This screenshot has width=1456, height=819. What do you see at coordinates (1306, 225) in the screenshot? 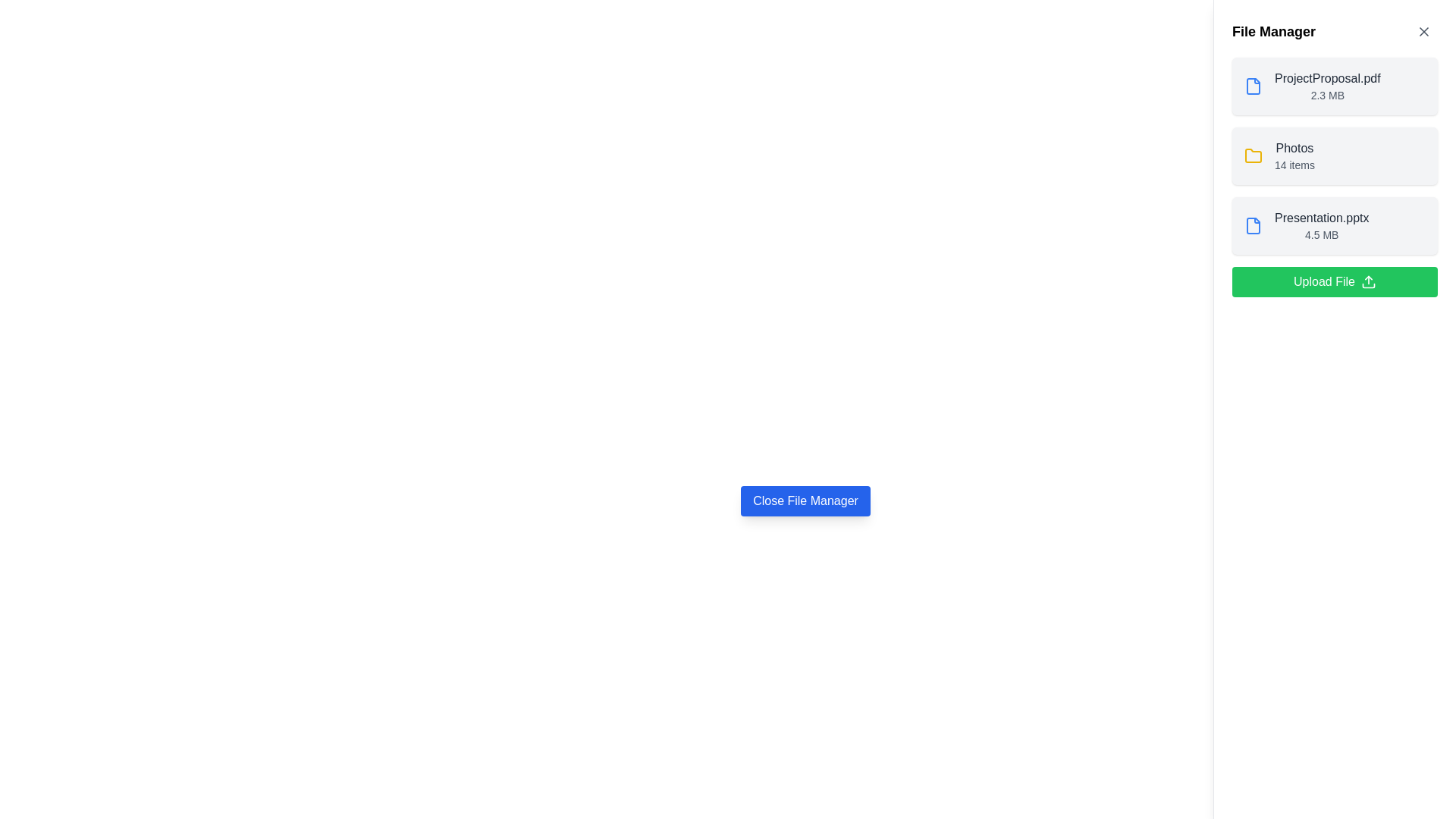
I see `the 'Presentation.pptx' file item entry` at bounding box center [1306, 225].